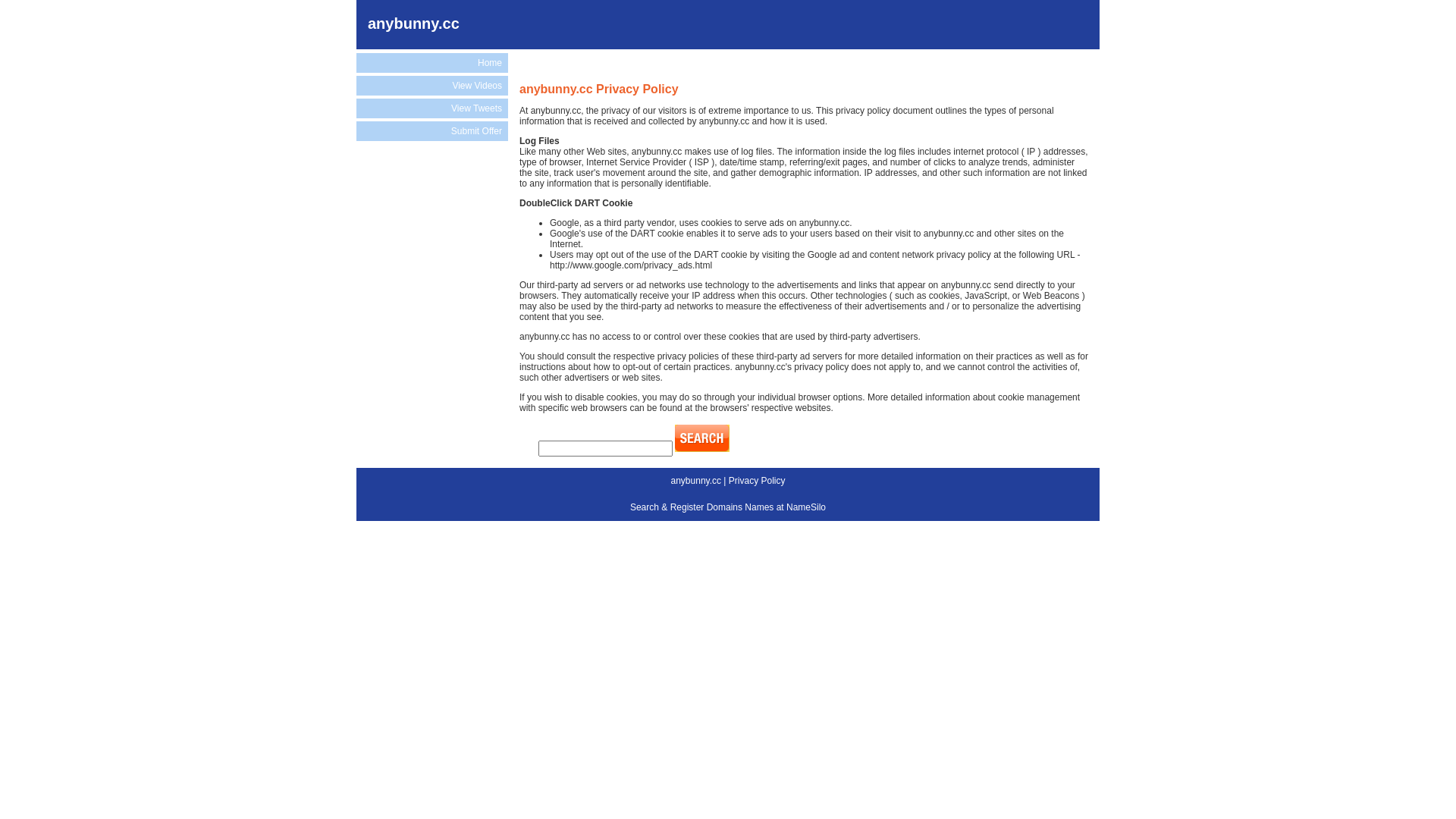 This screenshot has width=1456, height=819. What do you see at coordinates (431, 130) in the screenshot?
I see `'Submit Offer'` at bounding box center [431, 130].